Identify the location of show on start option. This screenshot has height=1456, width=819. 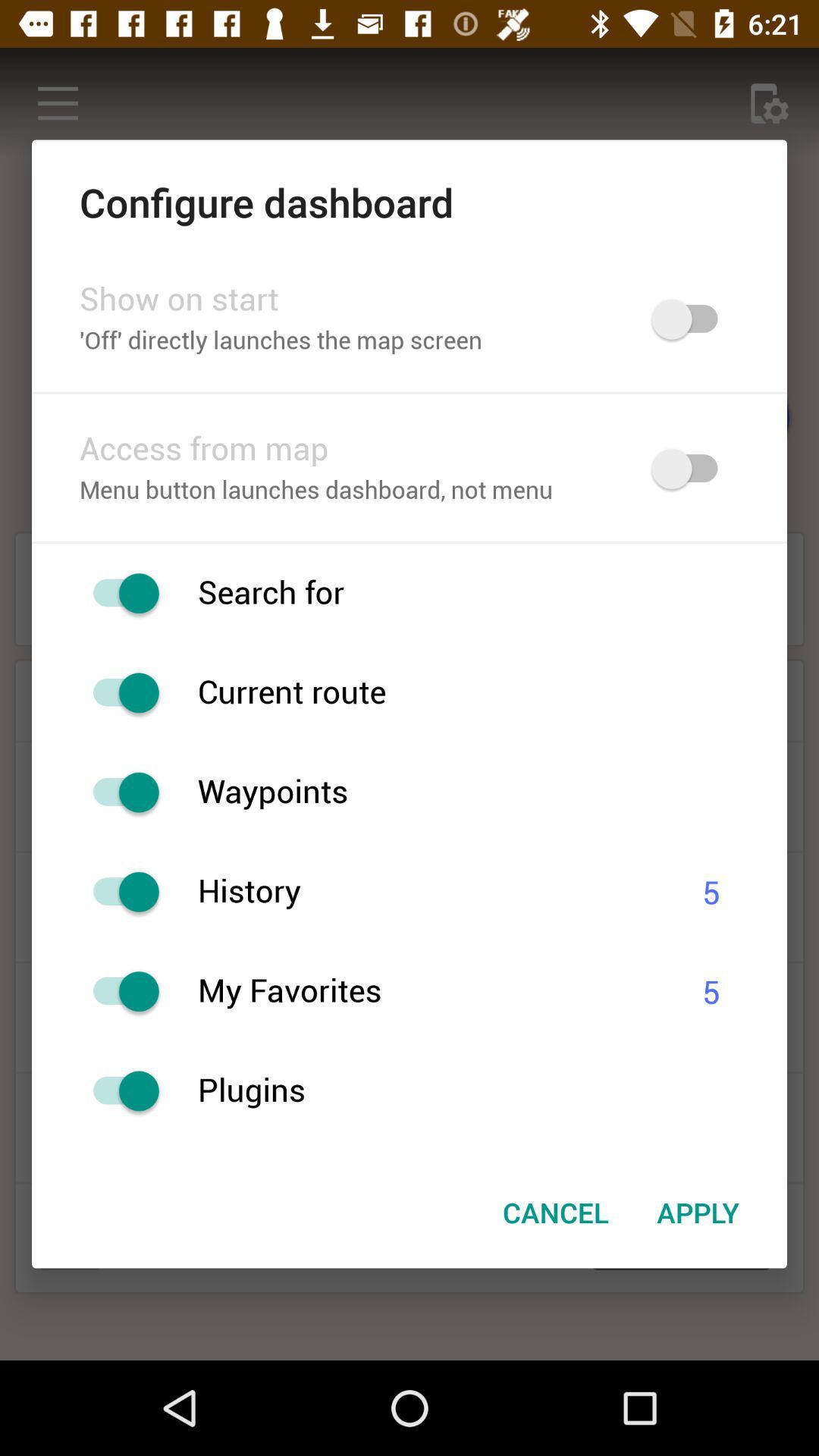
(692, 318).